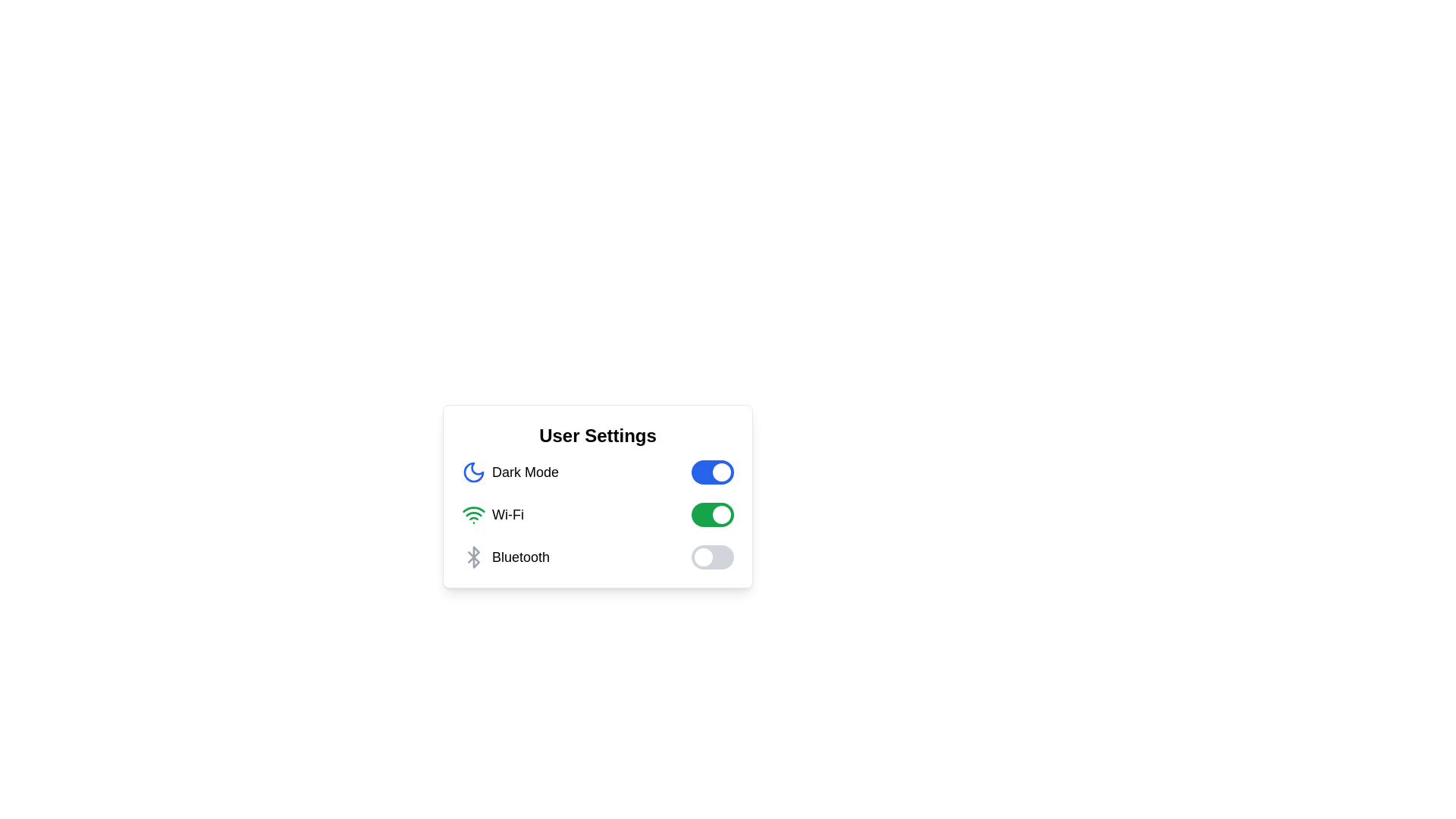 The width and height of the screenshot is (1456, 819). What do you see at coordinates (472, 472) in the screenshot?
I see `the moon-shaped blue icon located to the left of the 'Dark Mode' label within the User Settings menu` at bounding box center [472, 472].